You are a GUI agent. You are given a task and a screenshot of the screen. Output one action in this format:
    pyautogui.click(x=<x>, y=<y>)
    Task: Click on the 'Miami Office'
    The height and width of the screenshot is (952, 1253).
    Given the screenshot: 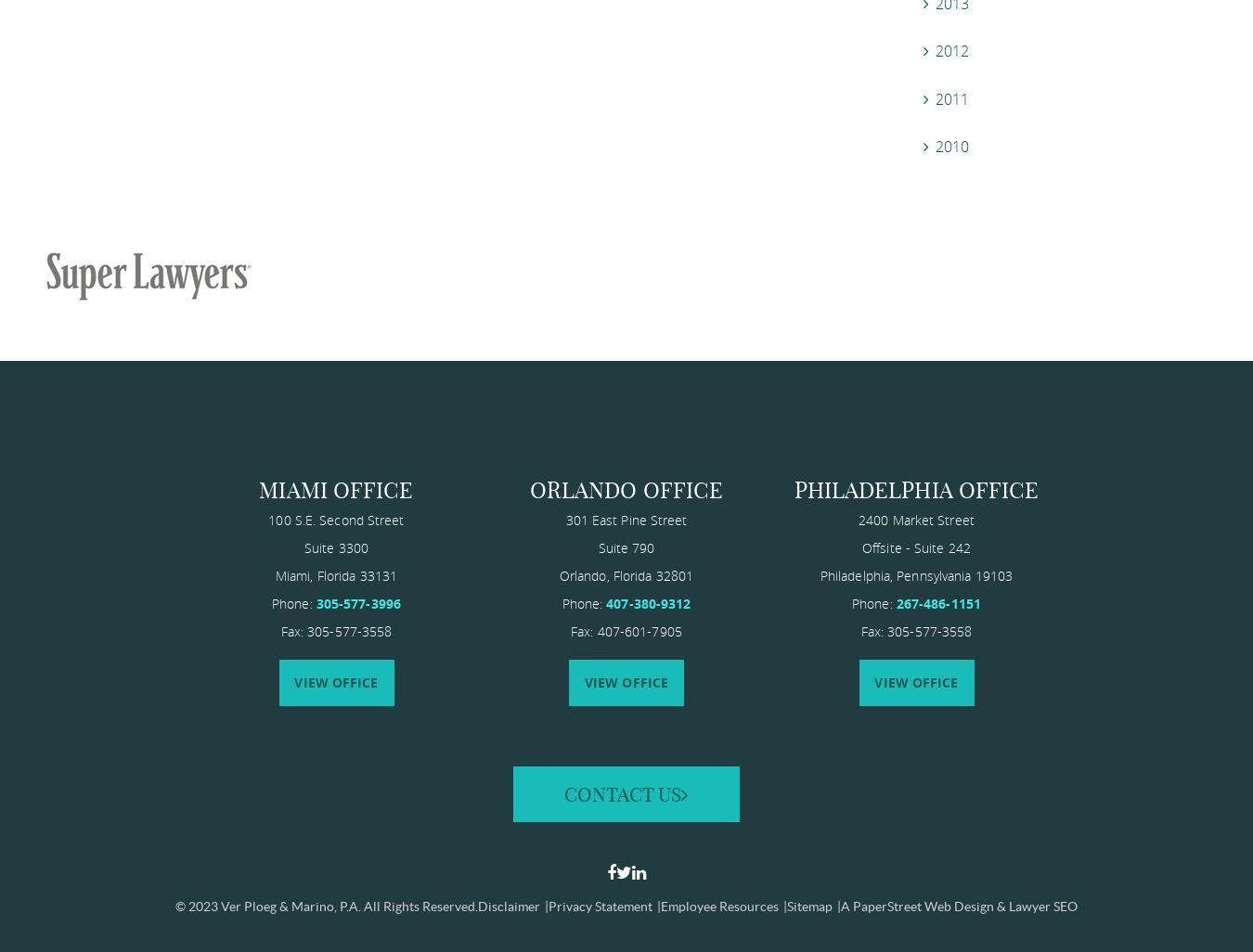 What is the action you would take?
    pyautogui.click(x=335, y=489)
    